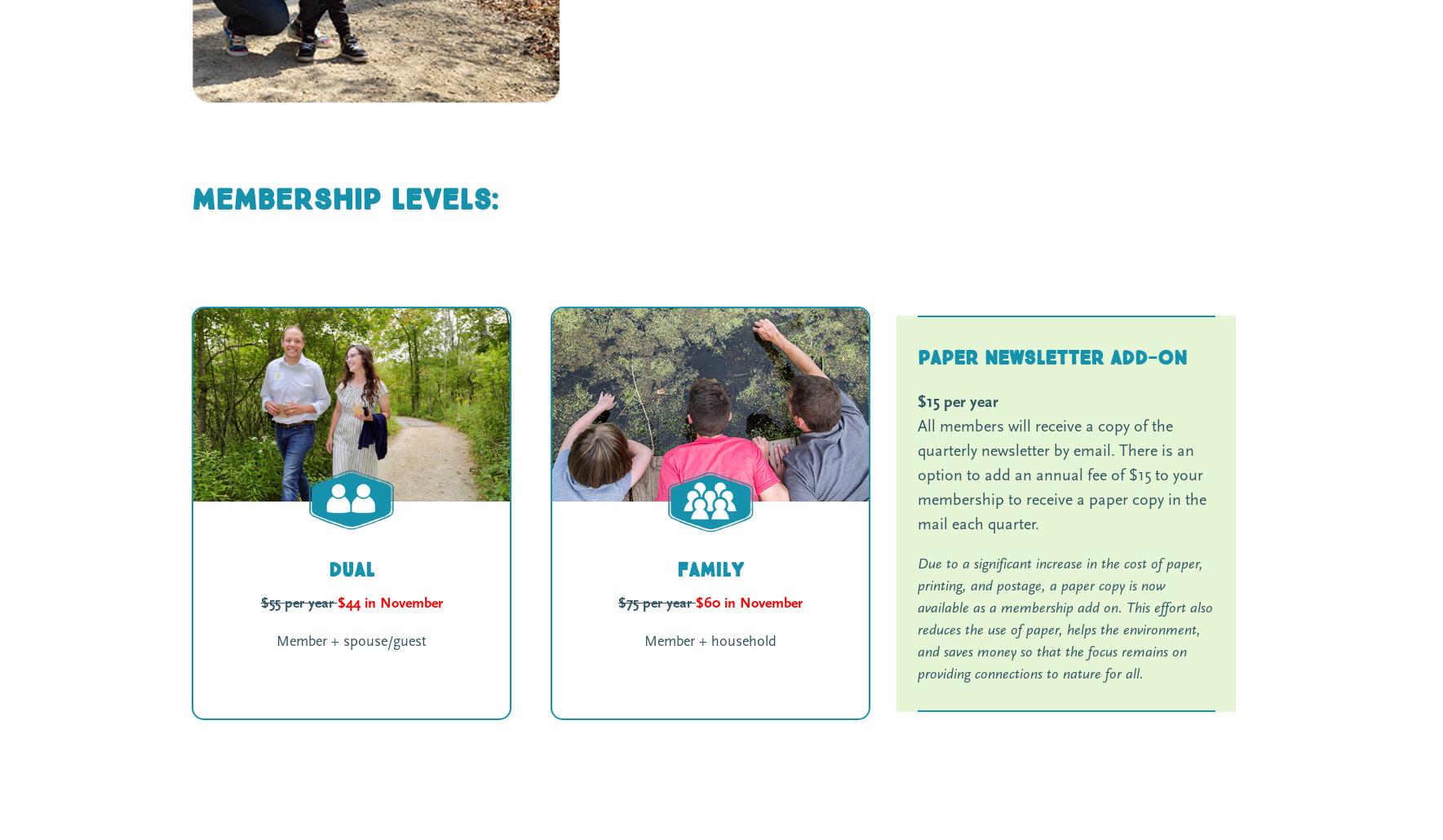  I want to click on '$60 in November', so click(695, 603).